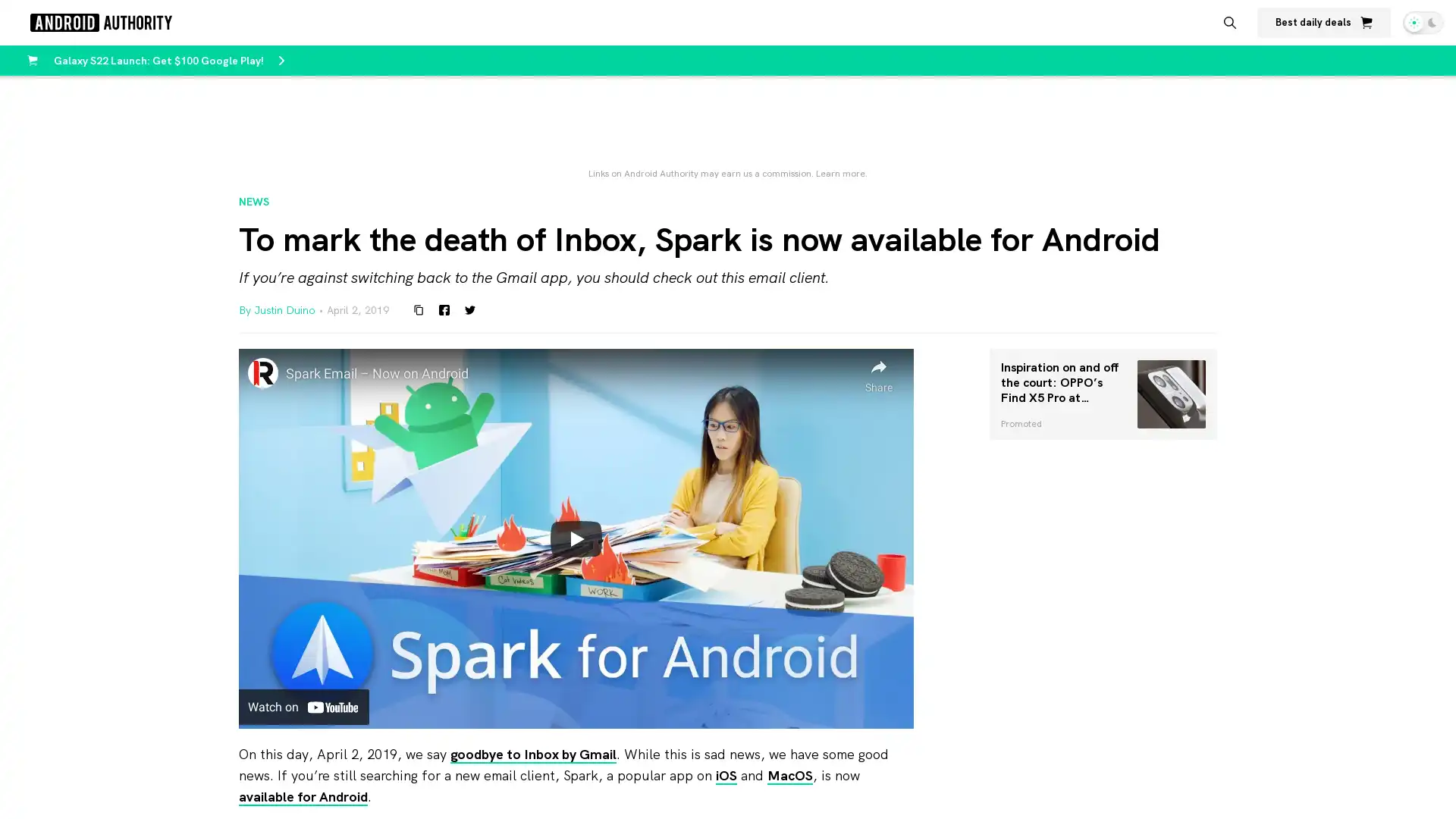 This screenshot has width=1456, height=819. I want to click on Switch theme, so click(1422, 22).